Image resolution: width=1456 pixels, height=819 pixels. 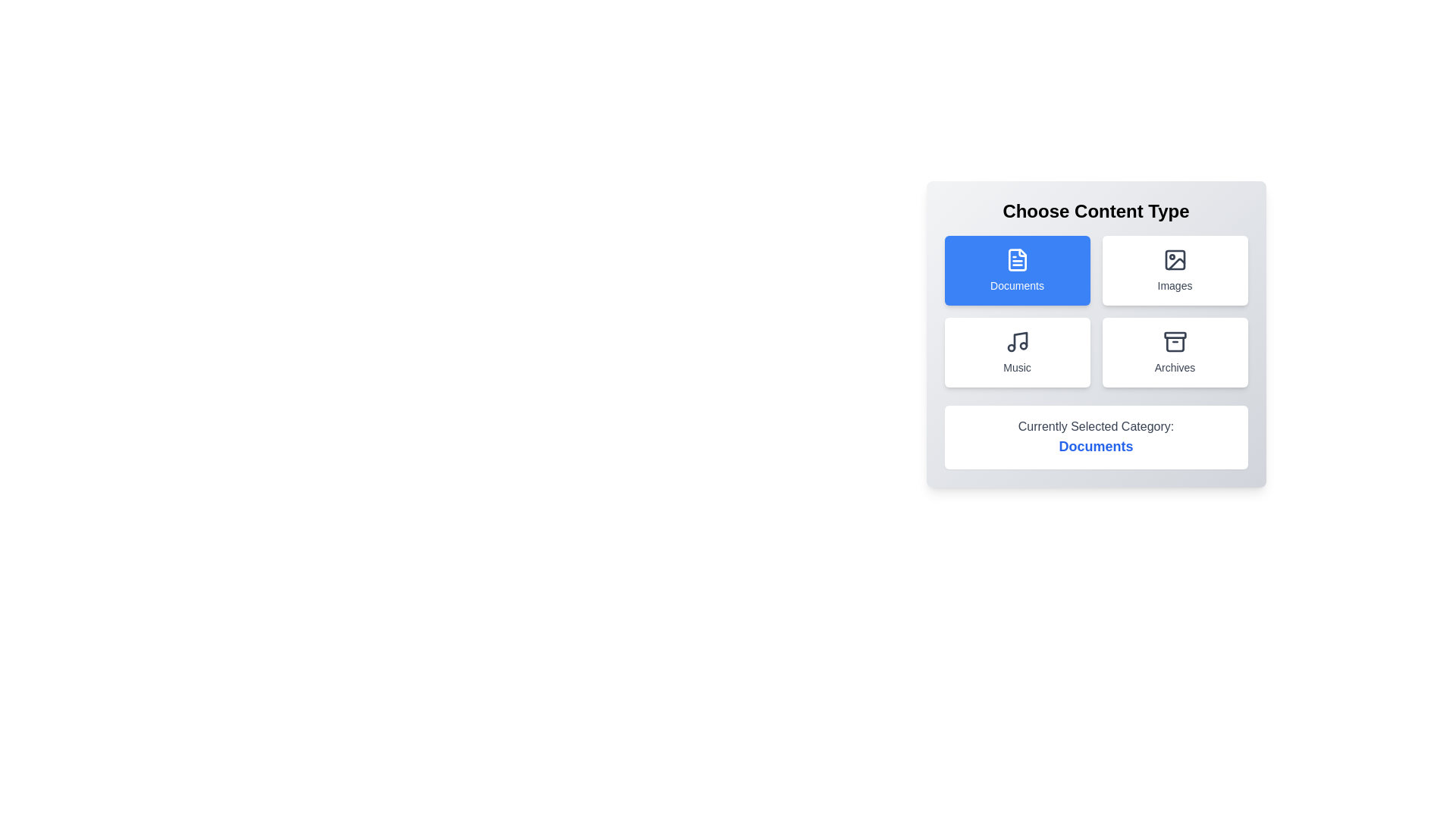 I want to click on the category button labeled Archives to view its hover effect, so click(x=1174, y=353).